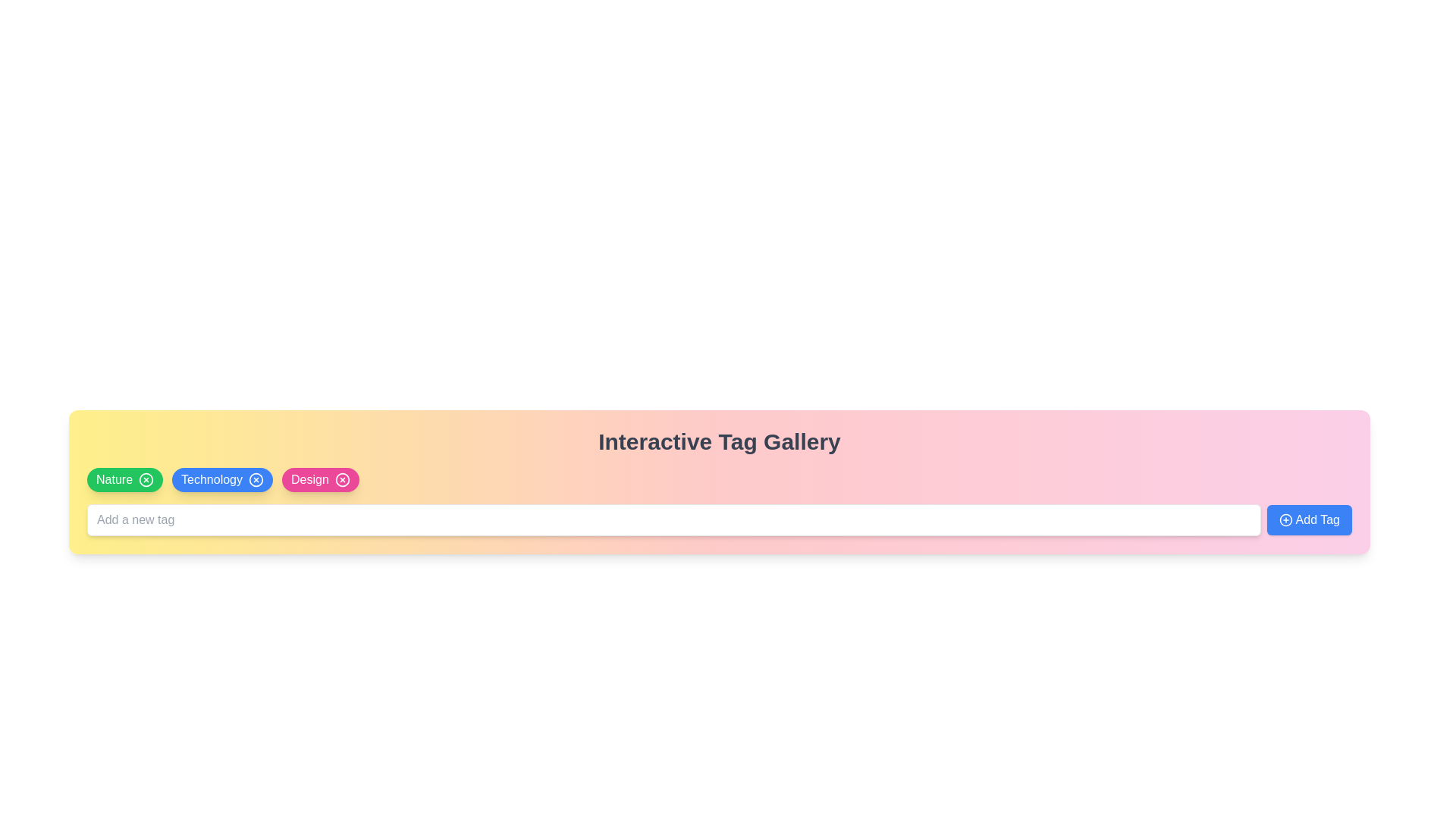 The image size is (1456, 819). What do you see at coordinates (256, 479) in the screenshot?
I see `the central circular icon within the 'Technology' tag button` at bounding box center [256, 479].